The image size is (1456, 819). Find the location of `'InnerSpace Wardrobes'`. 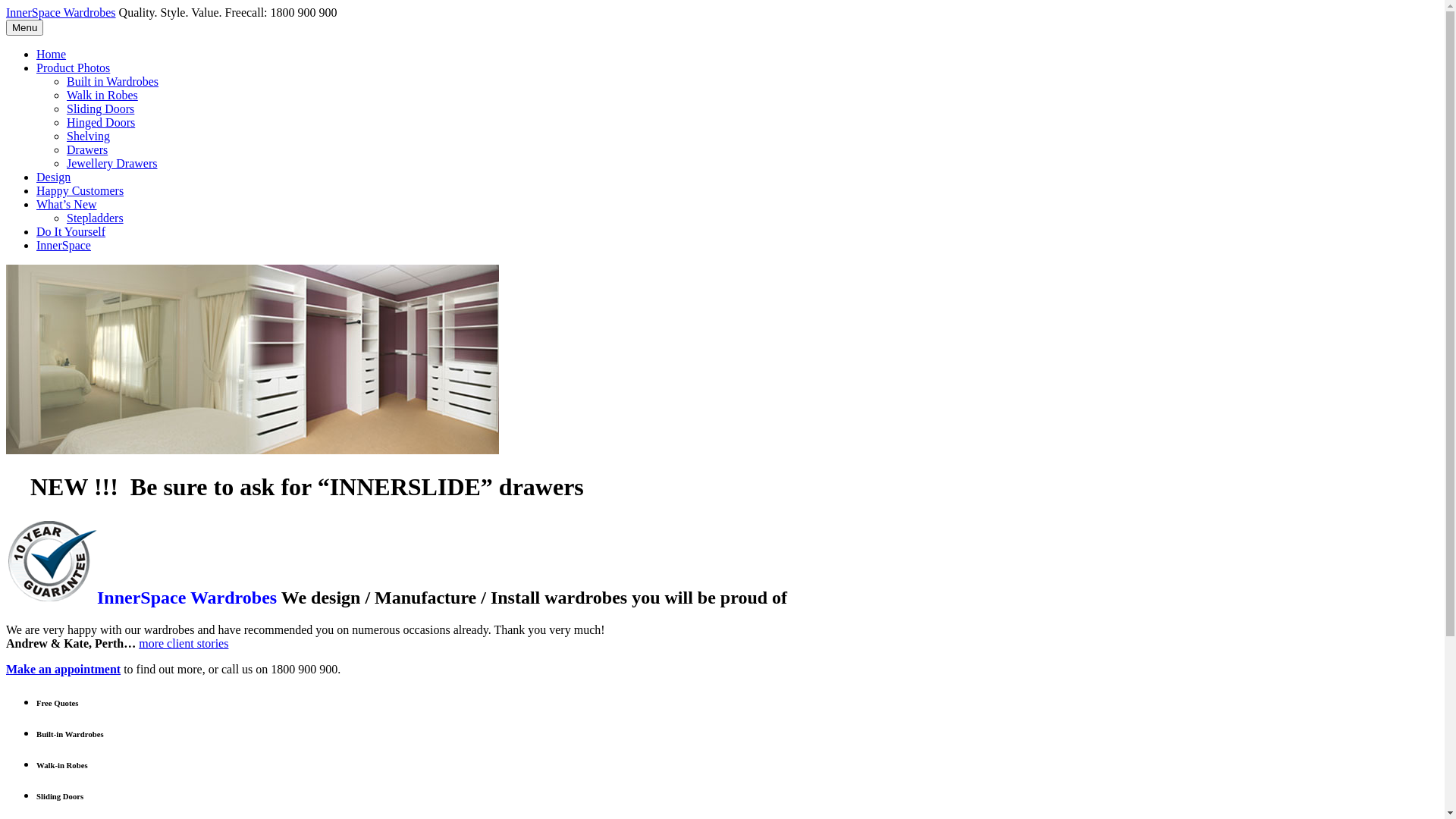

'InnerSpace Wardrobes' is located at coordinates (61, 12).